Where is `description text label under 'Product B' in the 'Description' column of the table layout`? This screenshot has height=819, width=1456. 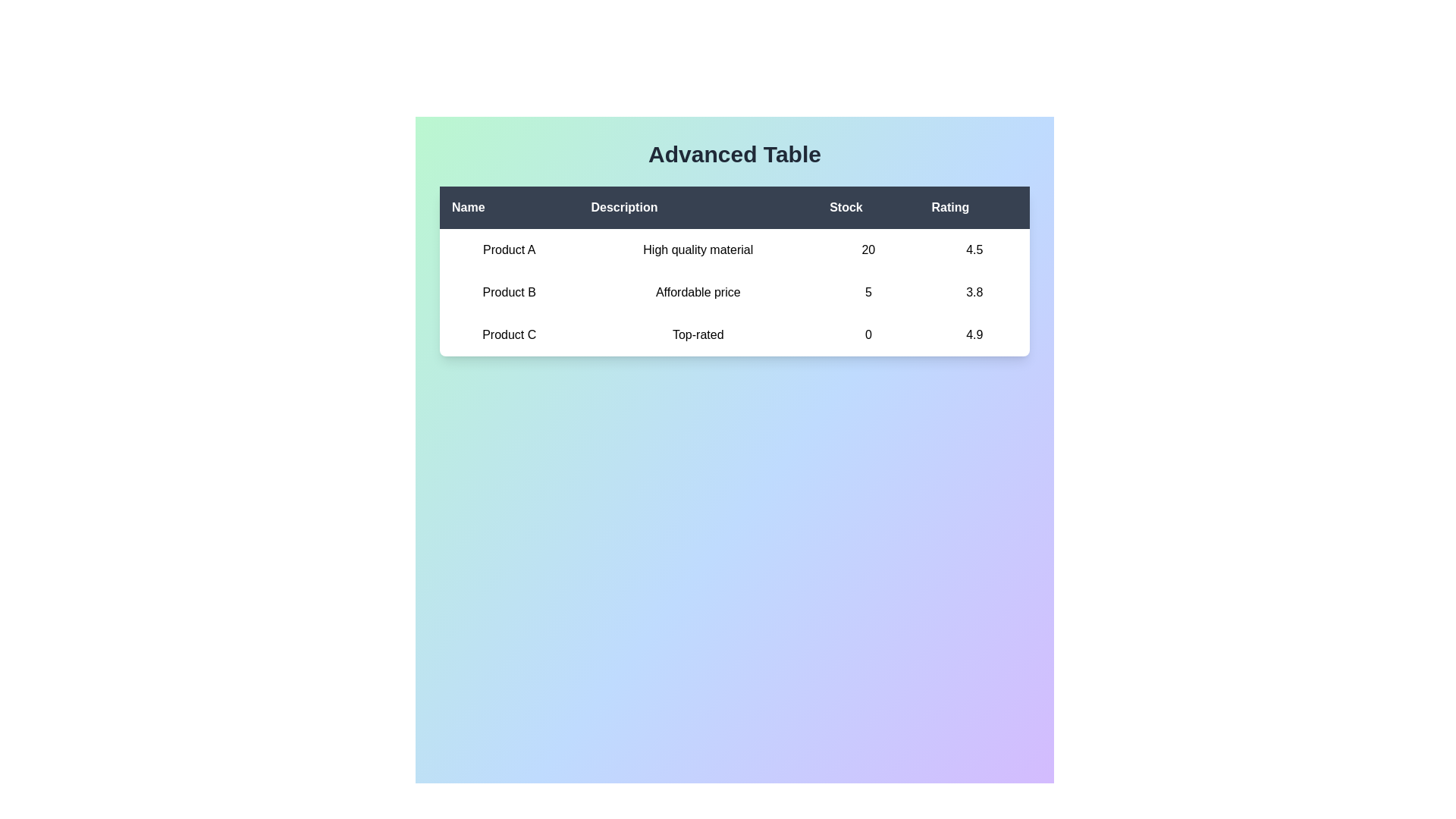
description text label under 'Product B' in the 'Description' column of the table layout is located at coordinates (697, 292).